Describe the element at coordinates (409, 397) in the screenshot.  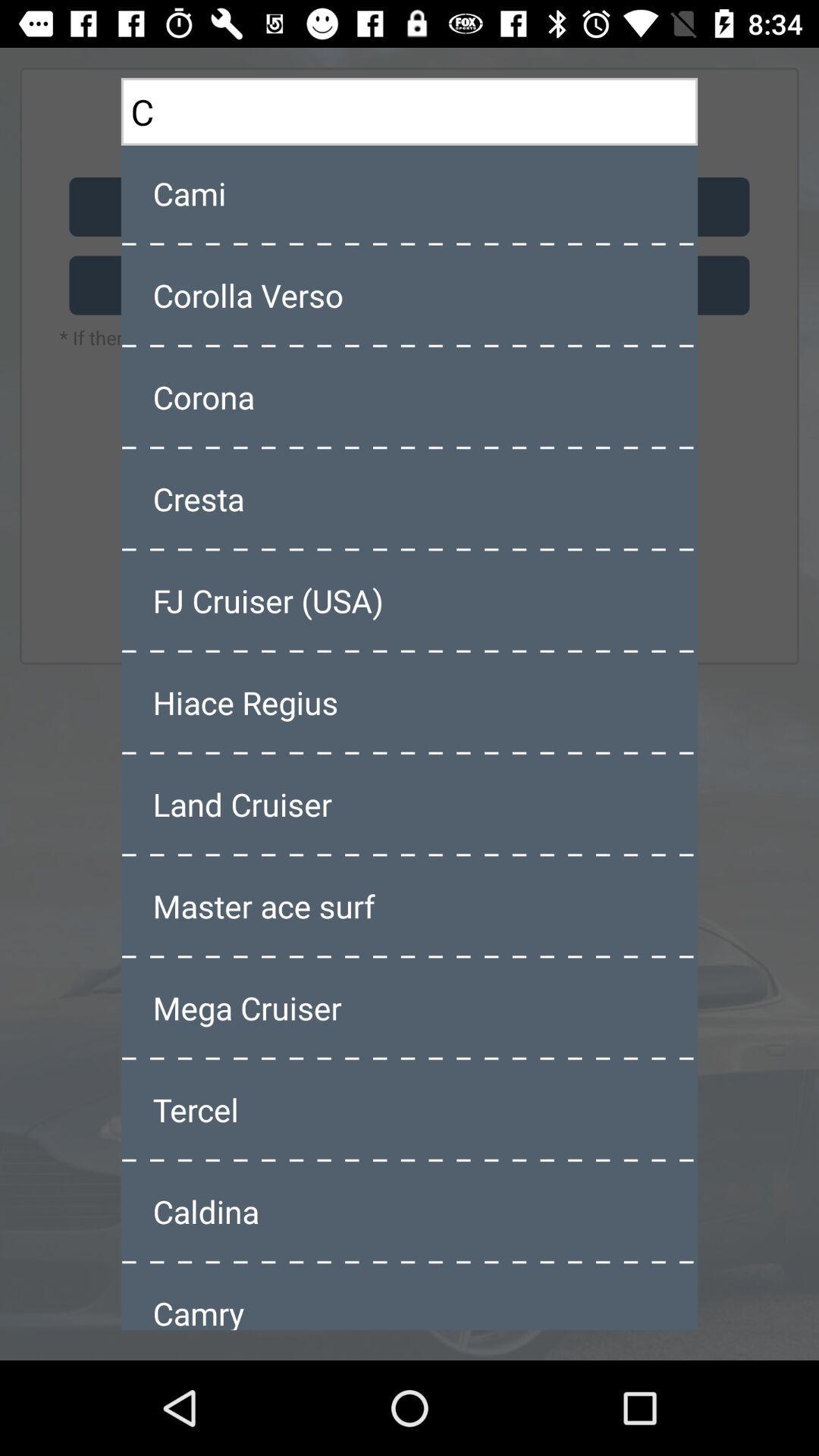
I see `corona item` at that location.